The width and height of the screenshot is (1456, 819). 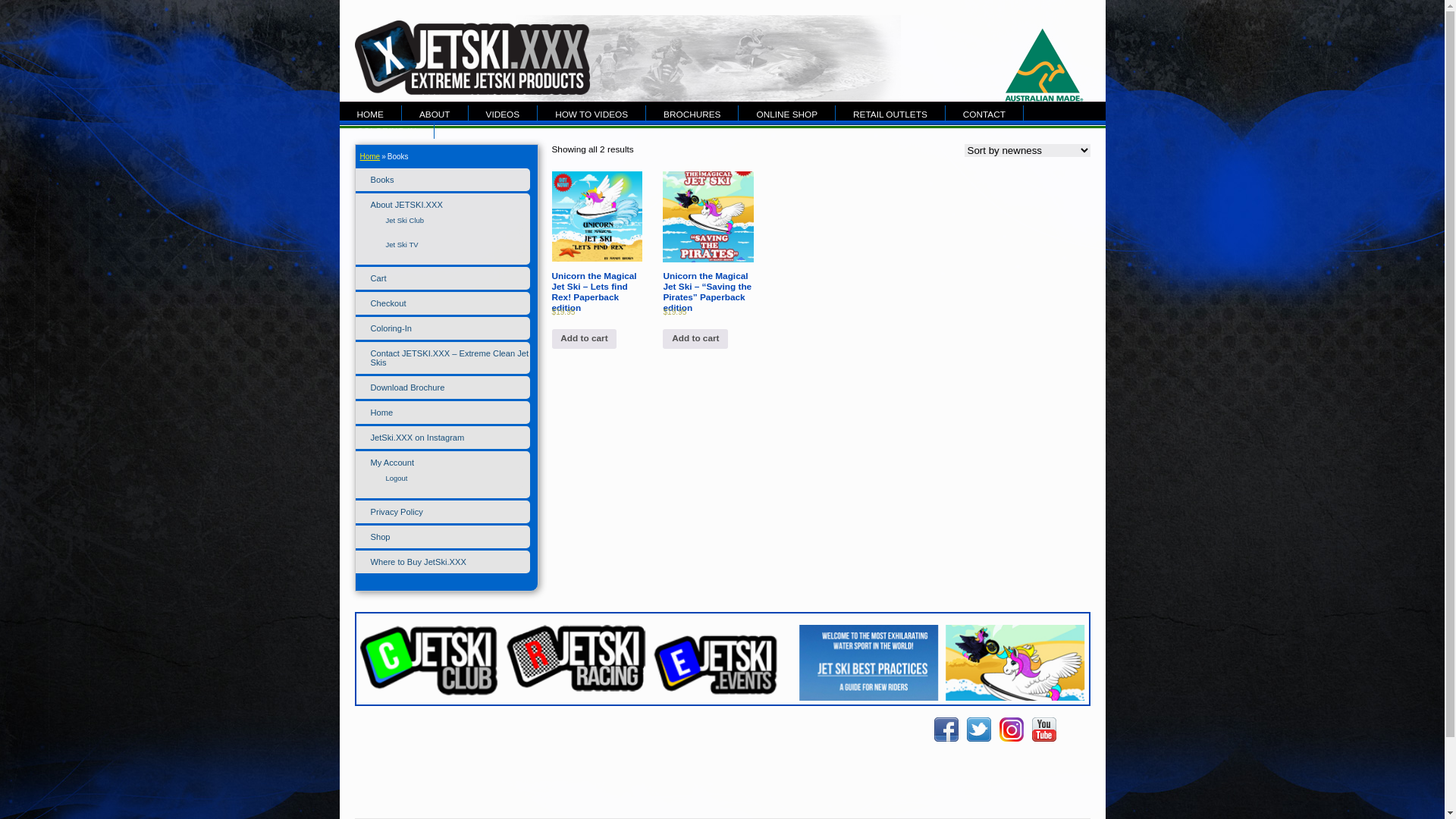 What do you see at coordinates (381, 178) in the screenshot?
I see `'Books'` at bounding box center [381, 178].